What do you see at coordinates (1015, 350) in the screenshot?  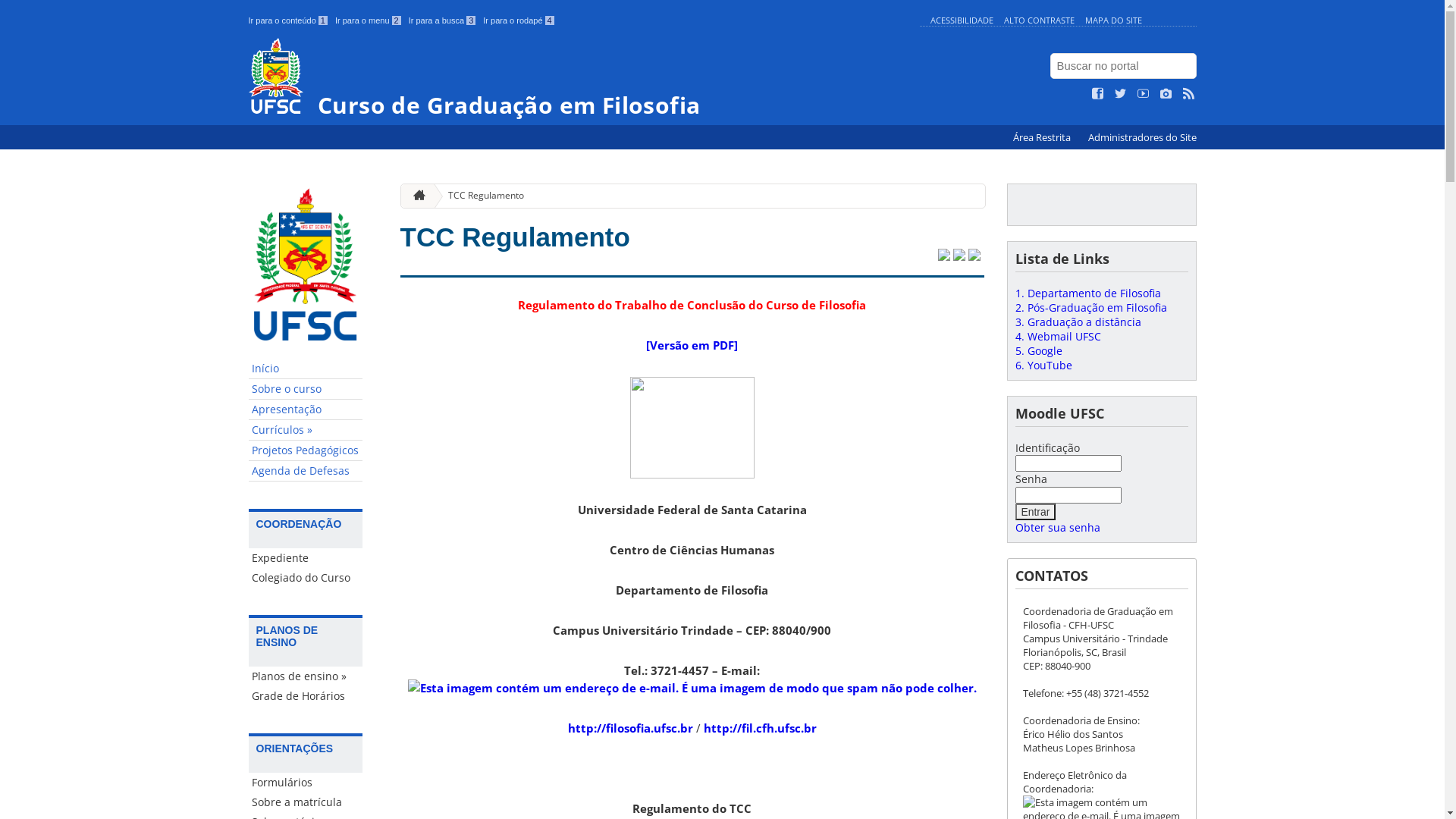 I see `'5. Google'` at bounding box center [1015, 350].